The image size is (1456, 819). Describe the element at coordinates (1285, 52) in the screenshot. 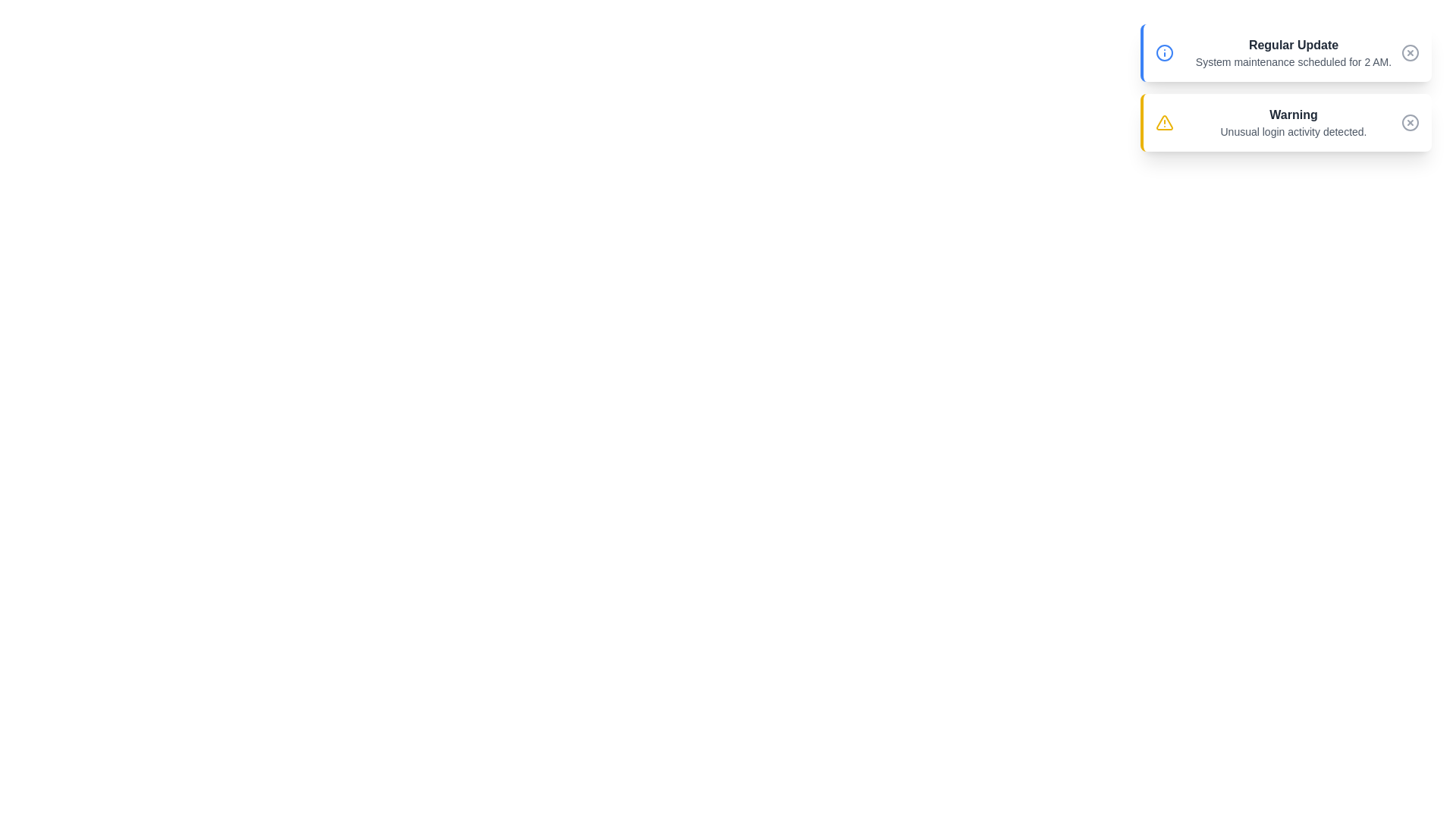

I see `the notification item to view its details` at that location.